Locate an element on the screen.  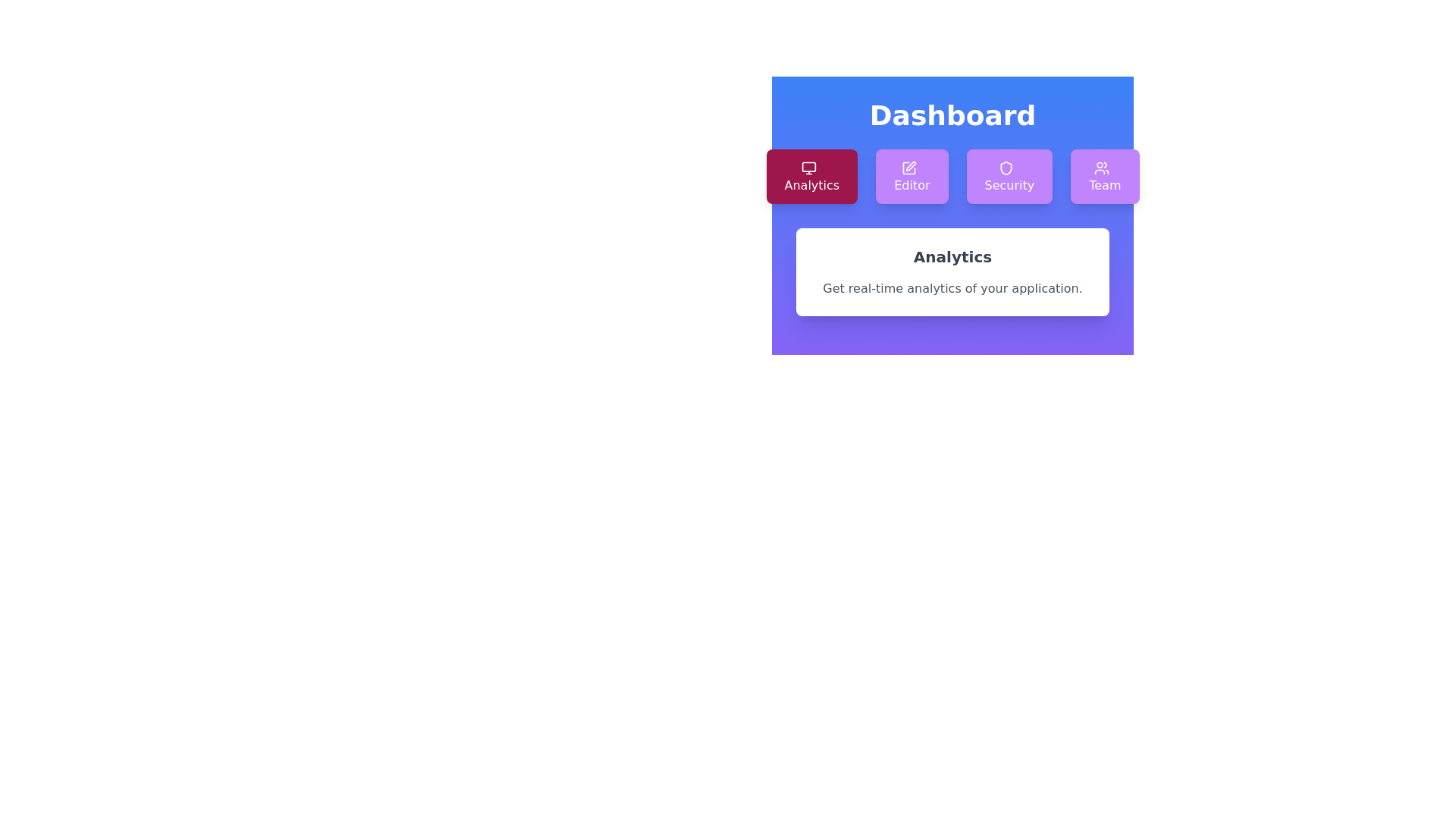
the Security tab is located at coordinates (1009, 175).